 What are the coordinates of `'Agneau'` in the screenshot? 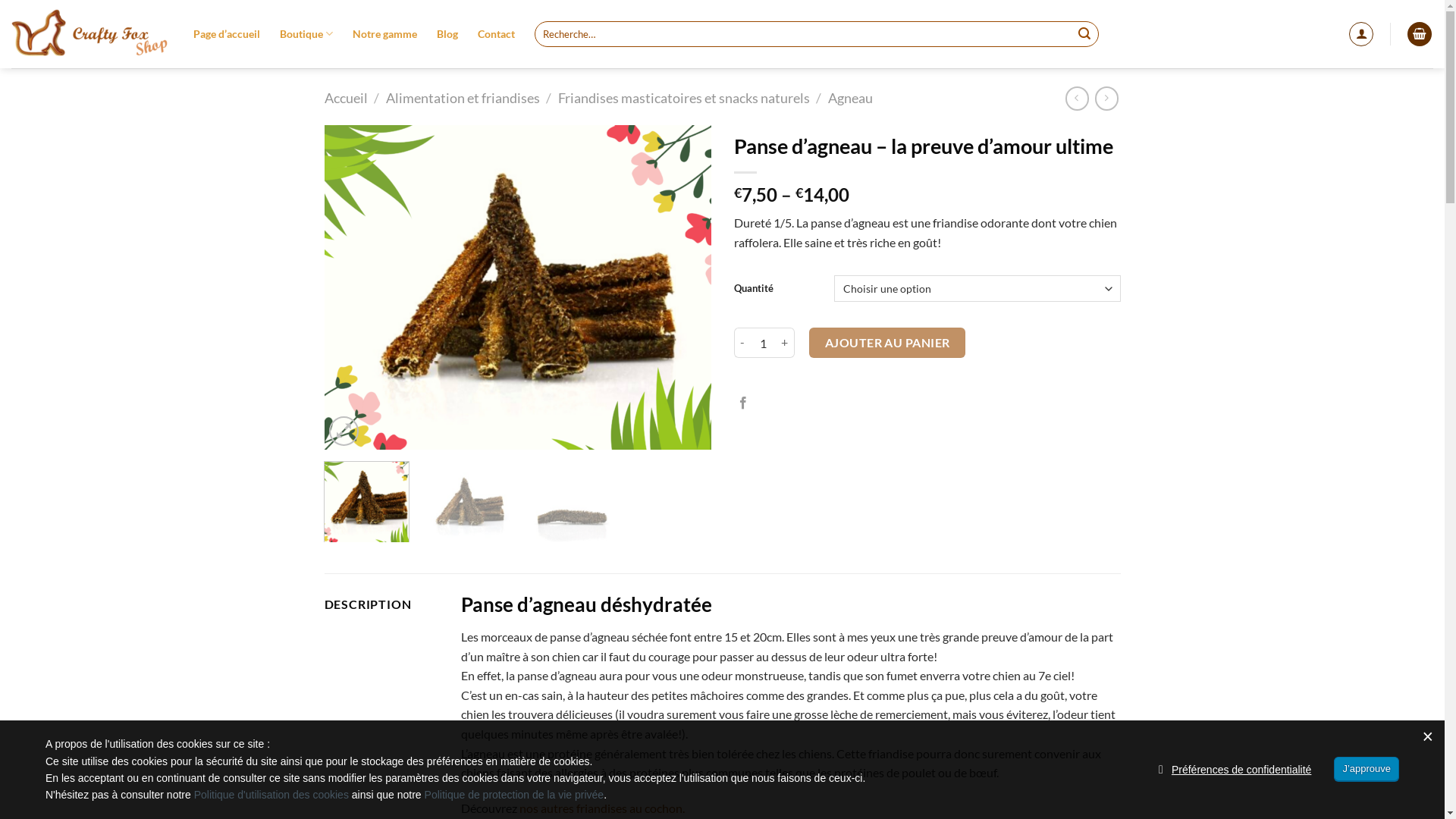 It's located at (827, 97).